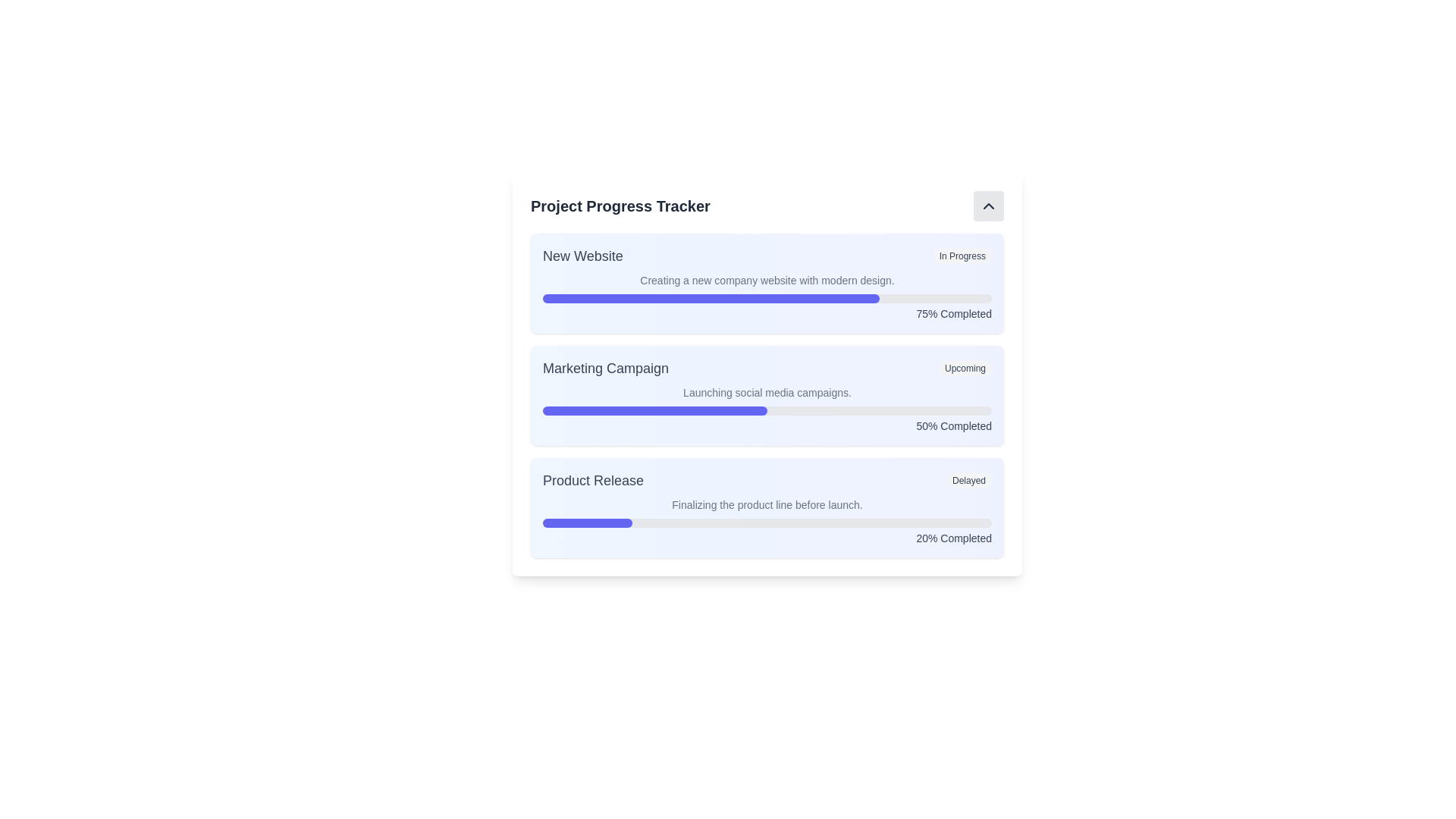 Image resolution: width=1456 pixels, height=819 pixels. What do you see at coordinates (767, 374) in the screenshot?
I see `the interactive elements within the 'Marketing Campaign' progress information panel located centrally in the main content area, specifically positioned between the 'New Website' and 'Product Release' sections` at bounding box center [767, 374].